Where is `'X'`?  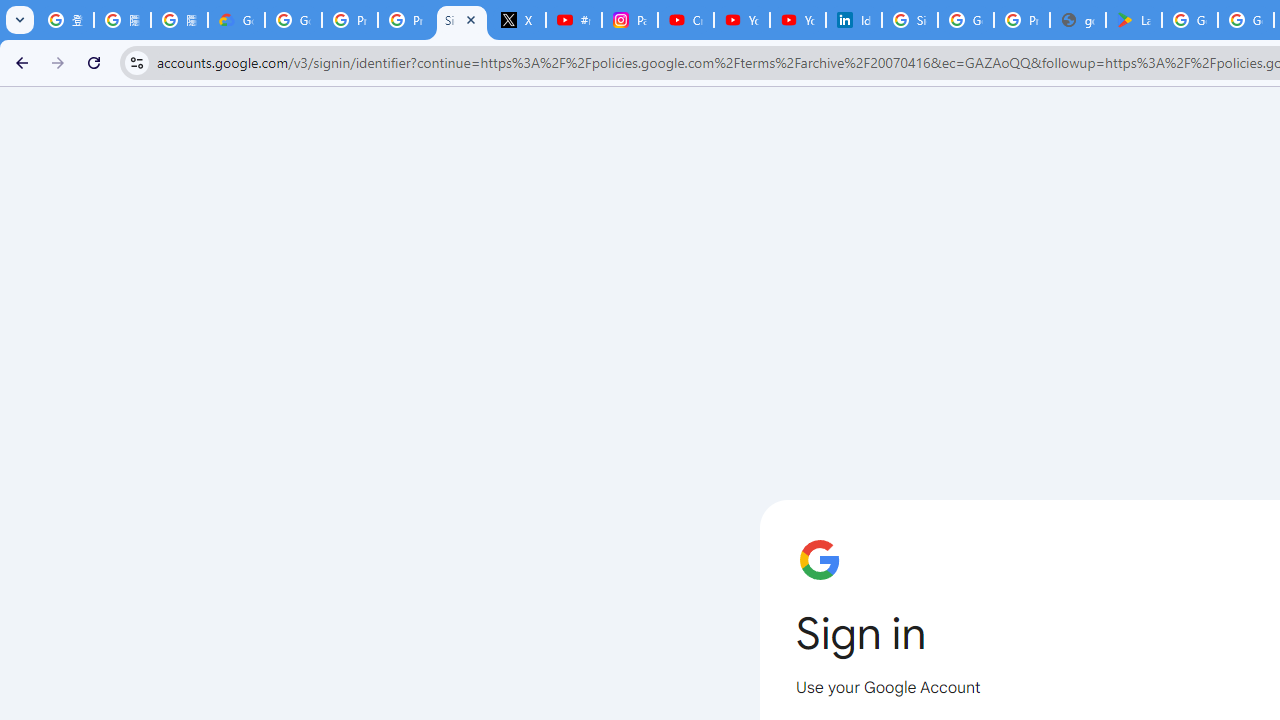
'X' is located at coordinates (518, 20).